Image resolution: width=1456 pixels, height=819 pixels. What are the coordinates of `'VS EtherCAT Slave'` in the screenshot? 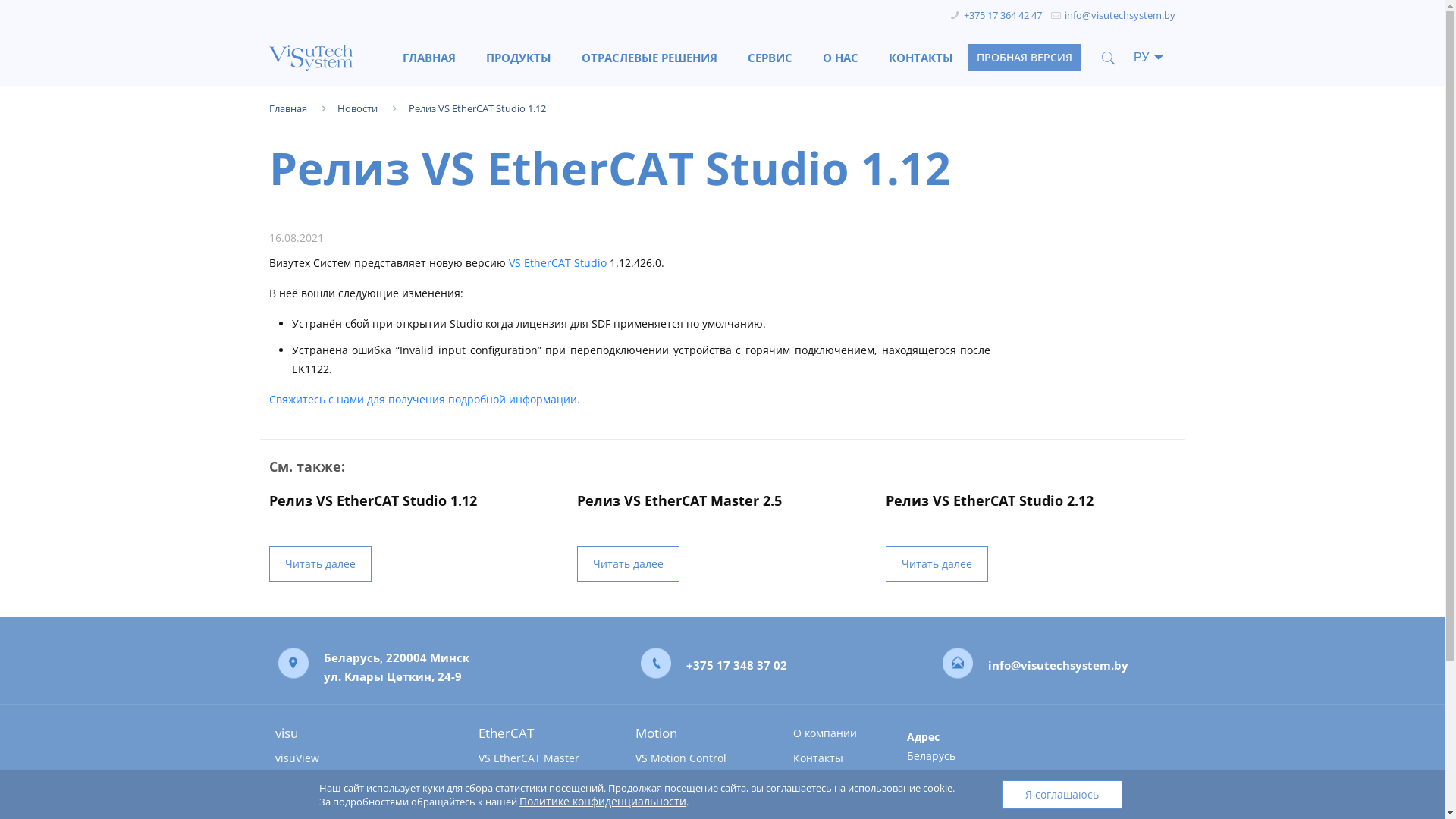 It's located at (539, 783).